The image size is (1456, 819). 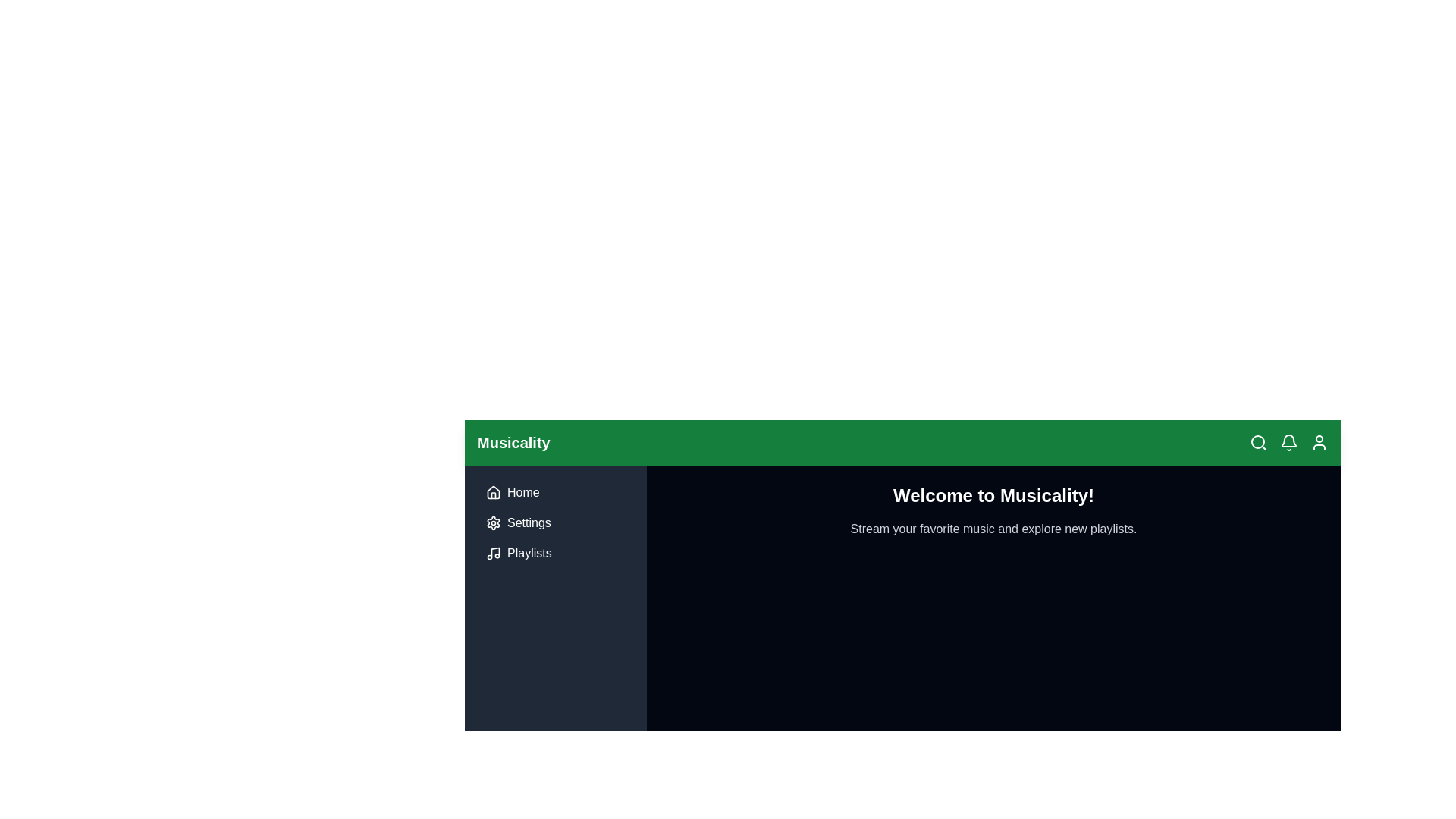 I want to click on the magnifying glass icon located in the top-right corner of the toolbar, so click(x=1259, y=442).